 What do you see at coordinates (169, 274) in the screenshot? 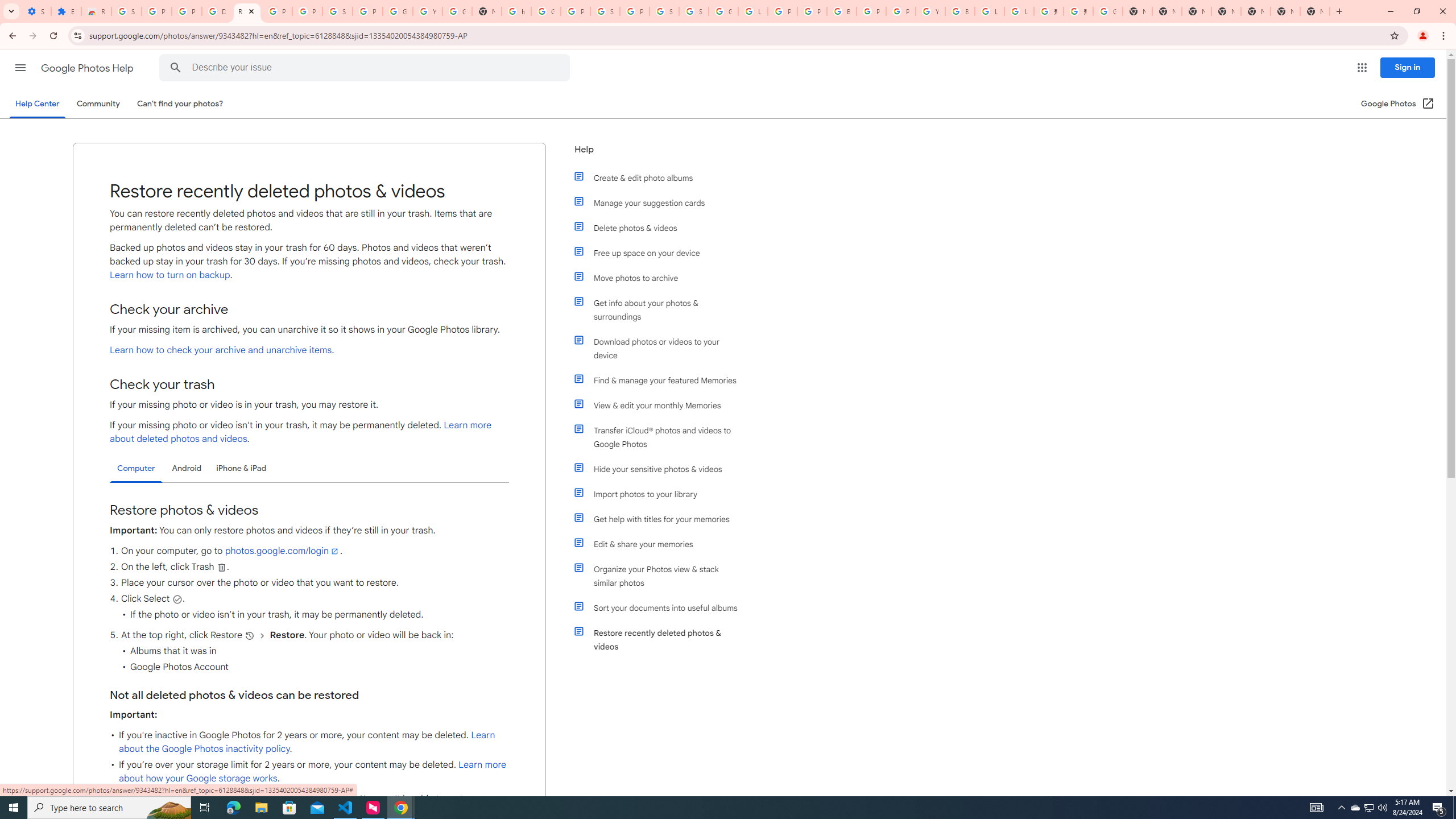
I see `'Learn how to turn on backup'` at bounding box center [169, 274].